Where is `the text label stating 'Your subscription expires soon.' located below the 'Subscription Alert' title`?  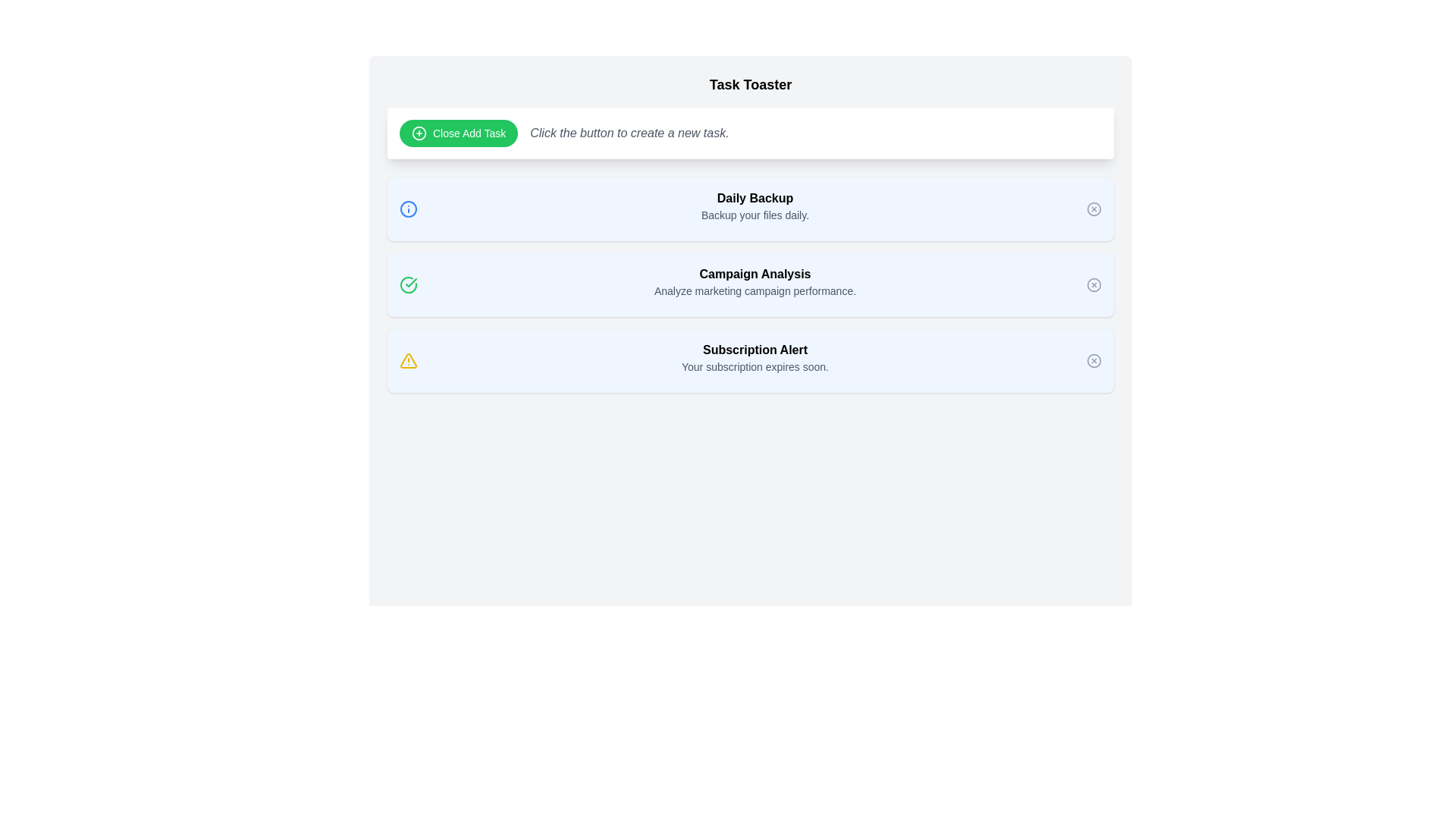
the text label stating 'Your subscription expires soon.' located below the 'Subscription Alert' title is located at coordinates (755, 366).